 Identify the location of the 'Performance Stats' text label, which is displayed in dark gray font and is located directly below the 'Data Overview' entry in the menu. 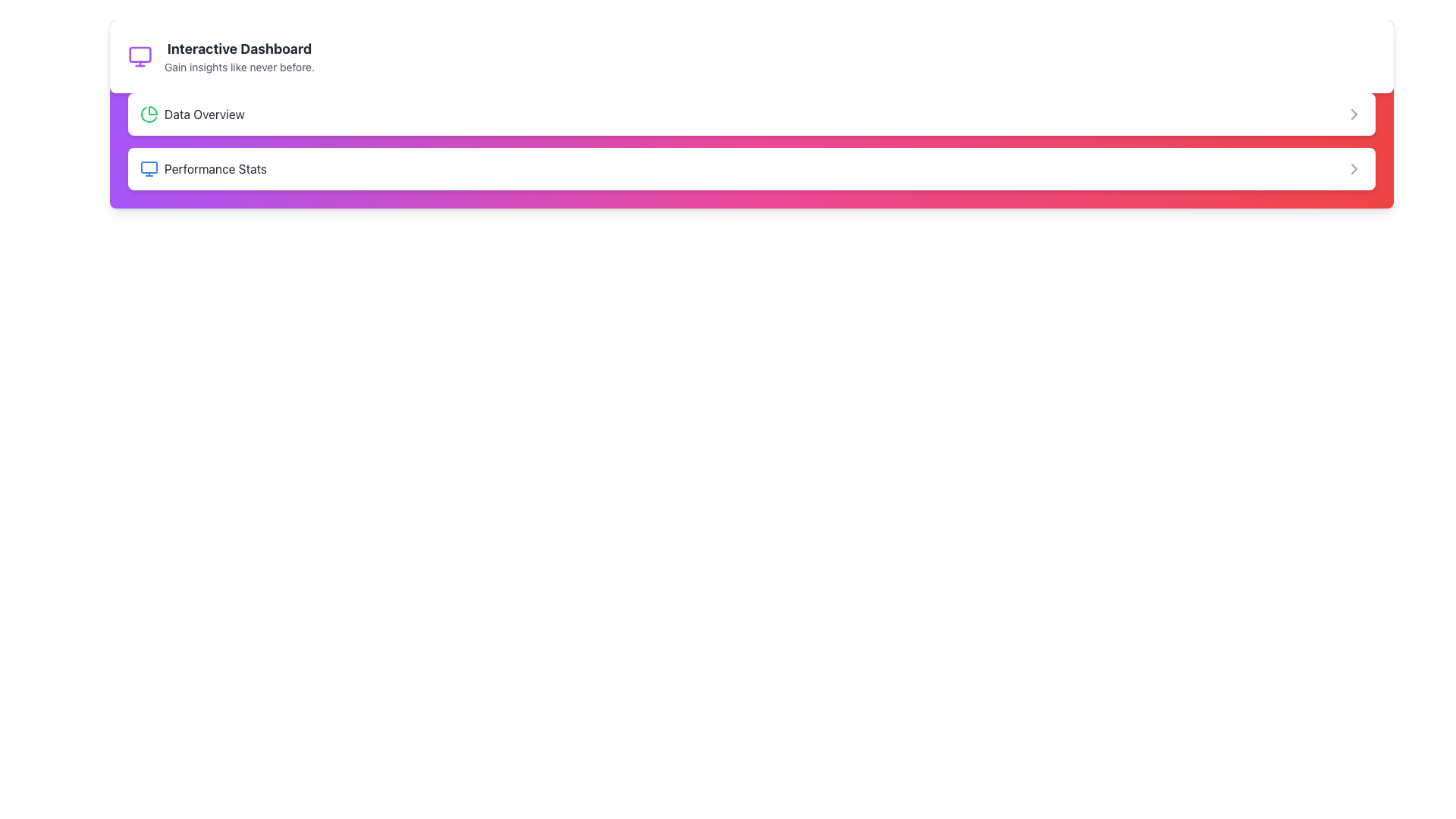
(214, 169).